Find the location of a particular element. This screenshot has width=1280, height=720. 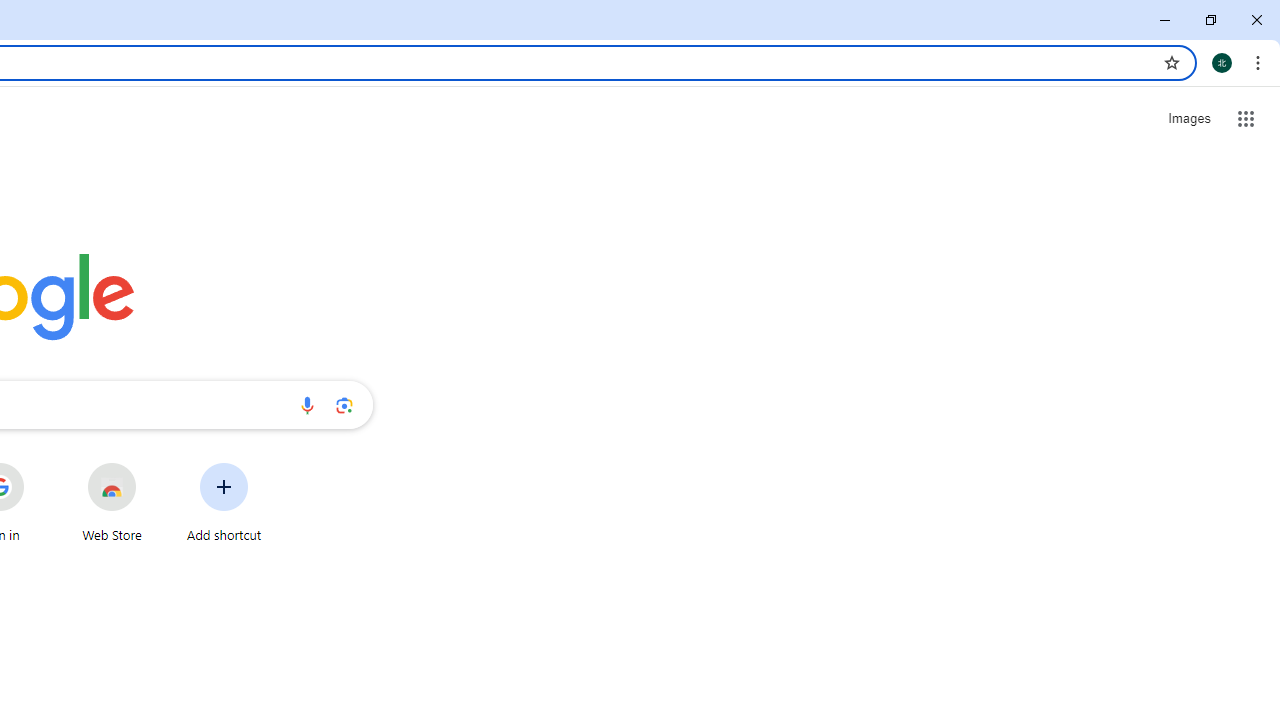

'More actions for Web Store shortcut' is located at coordinates (151, 464).